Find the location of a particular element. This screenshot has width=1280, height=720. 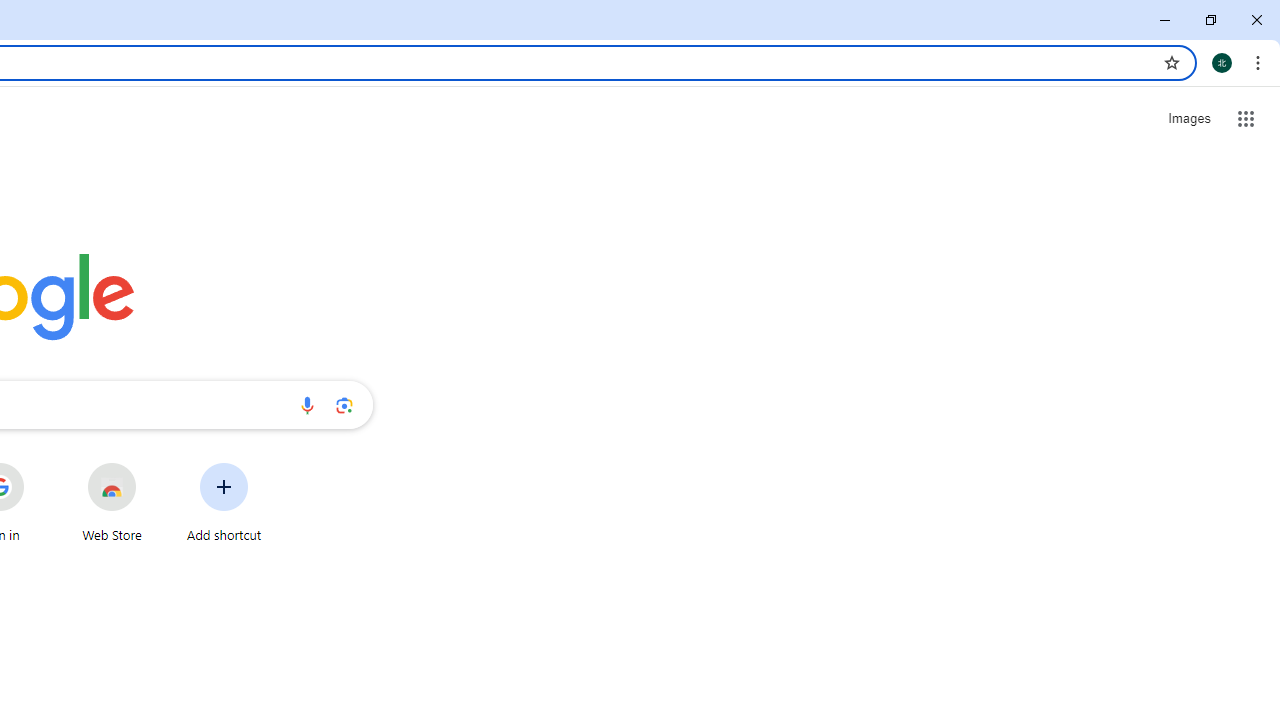

'More actions for Web Store shortcut' is located at coordinates (151, 464).